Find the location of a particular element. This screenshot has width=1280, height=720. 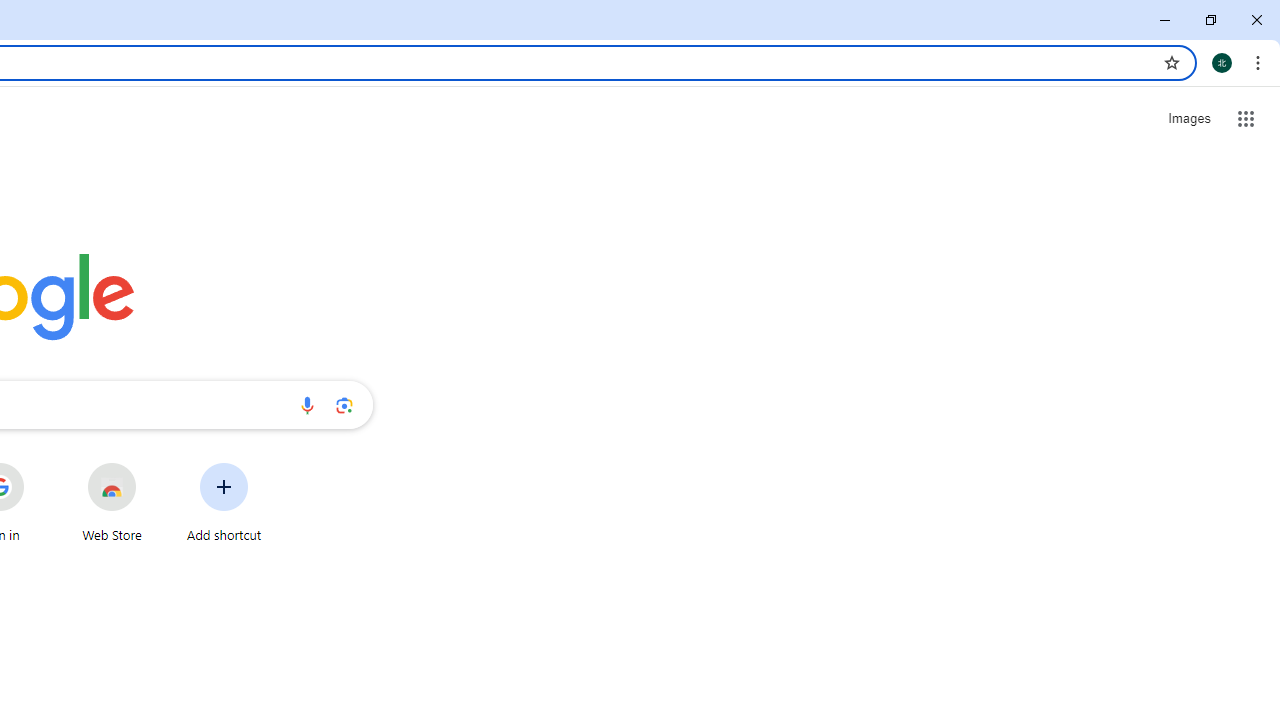

'More actions for Web Store shortcut' is located at coordinates (151, 464).